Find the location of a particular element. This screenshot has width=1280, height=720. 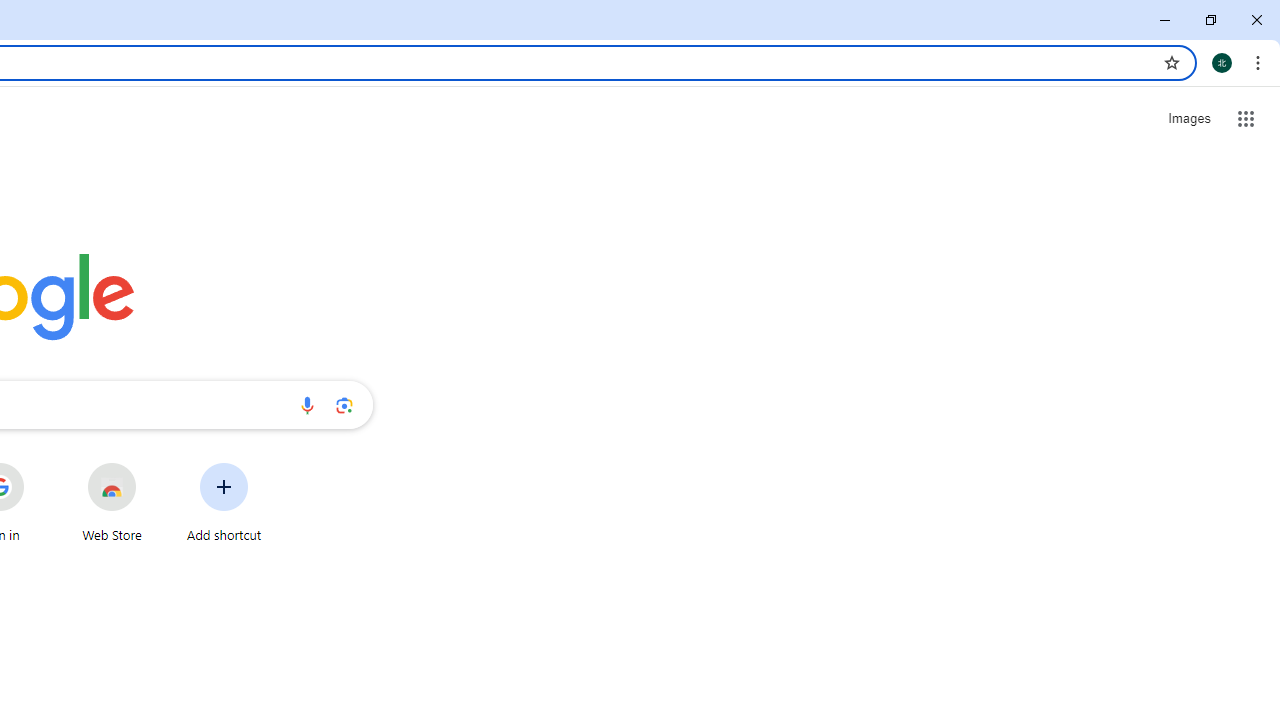

'More actions for Web Store shortcut' is located at coordinates (151, 464).